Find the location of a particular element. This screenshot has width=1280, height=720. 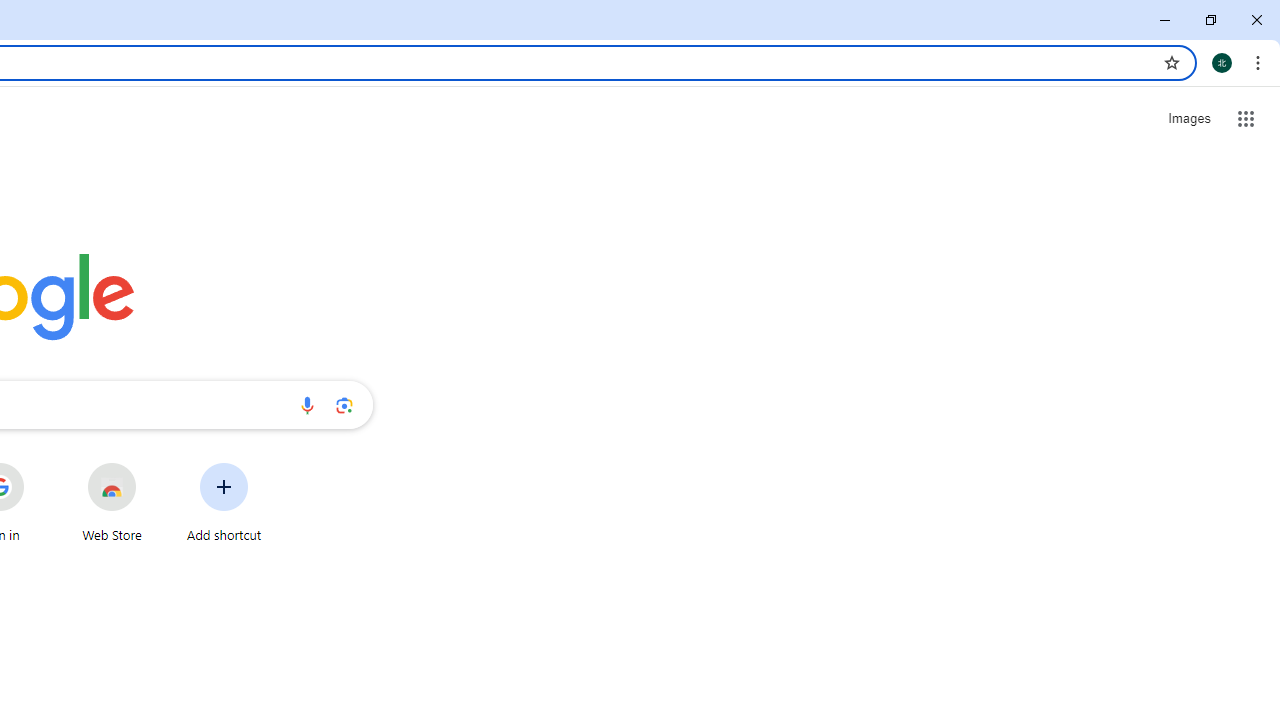

'More actions for Web Store shortcut' is located at coordinates (151, 464).